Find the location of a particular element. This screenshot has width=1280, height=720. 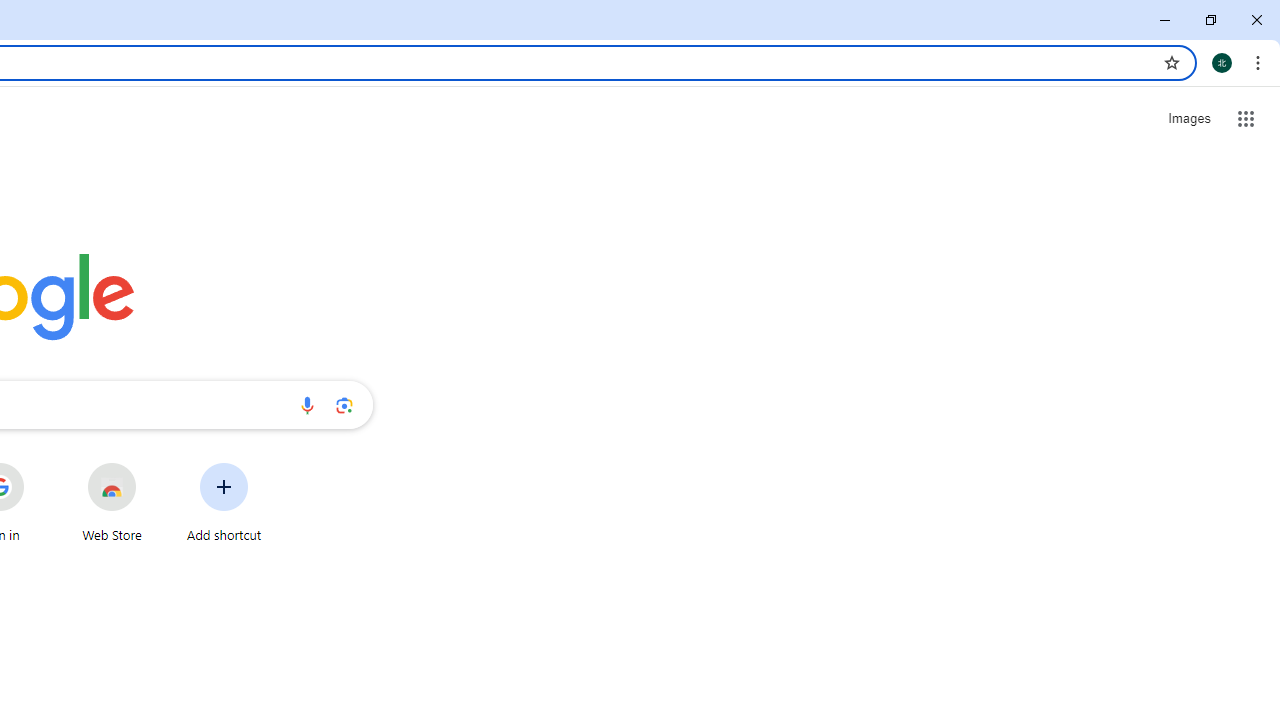

'More actions for Web Store shortcut' is located at coordinates (151, 464).